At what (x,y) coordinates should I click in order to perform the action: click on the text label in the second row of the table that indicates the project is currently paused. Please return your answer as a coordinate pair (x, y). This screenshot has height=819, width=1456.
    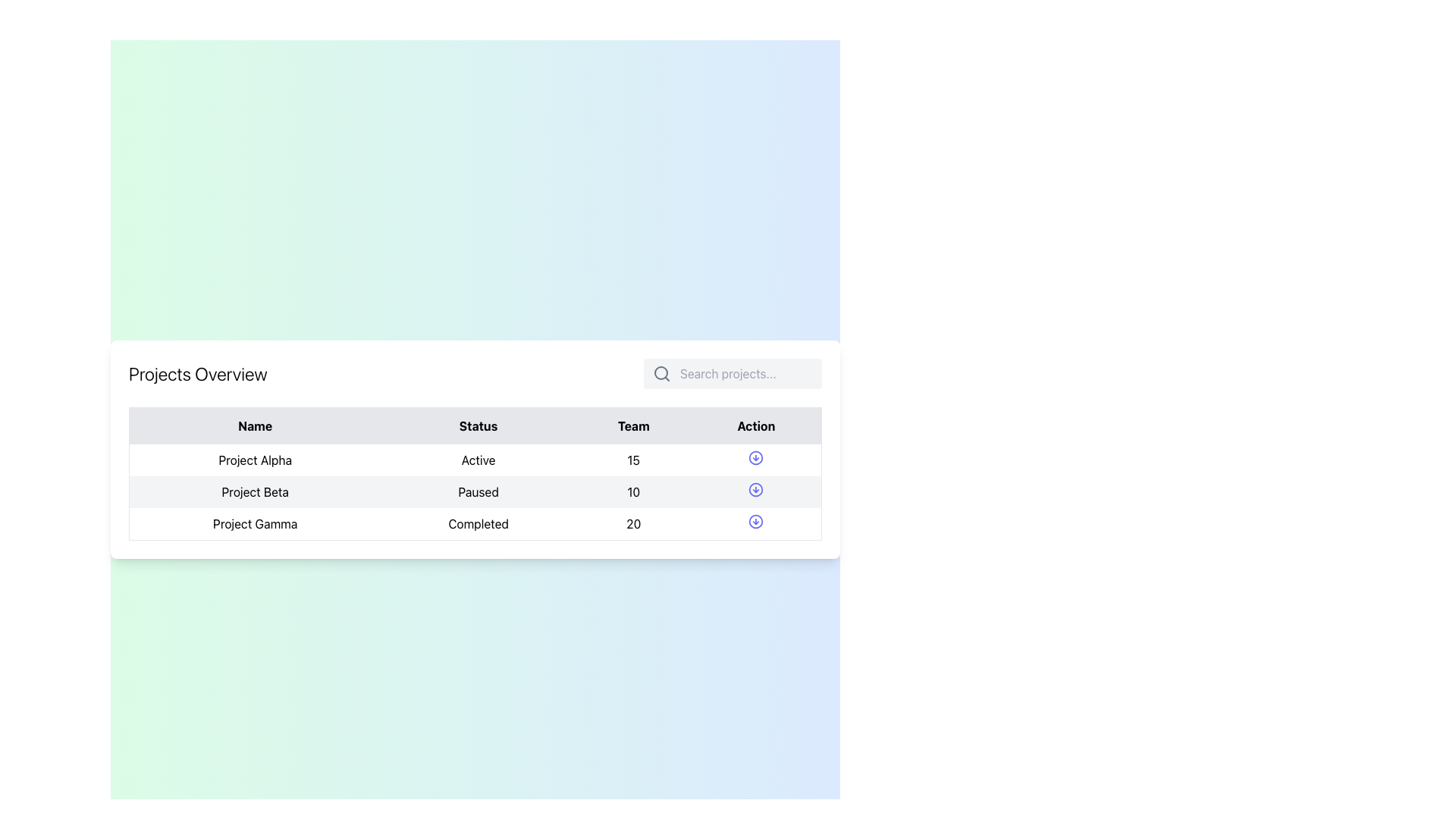
    Looking at the image, I should click on (478, 491).